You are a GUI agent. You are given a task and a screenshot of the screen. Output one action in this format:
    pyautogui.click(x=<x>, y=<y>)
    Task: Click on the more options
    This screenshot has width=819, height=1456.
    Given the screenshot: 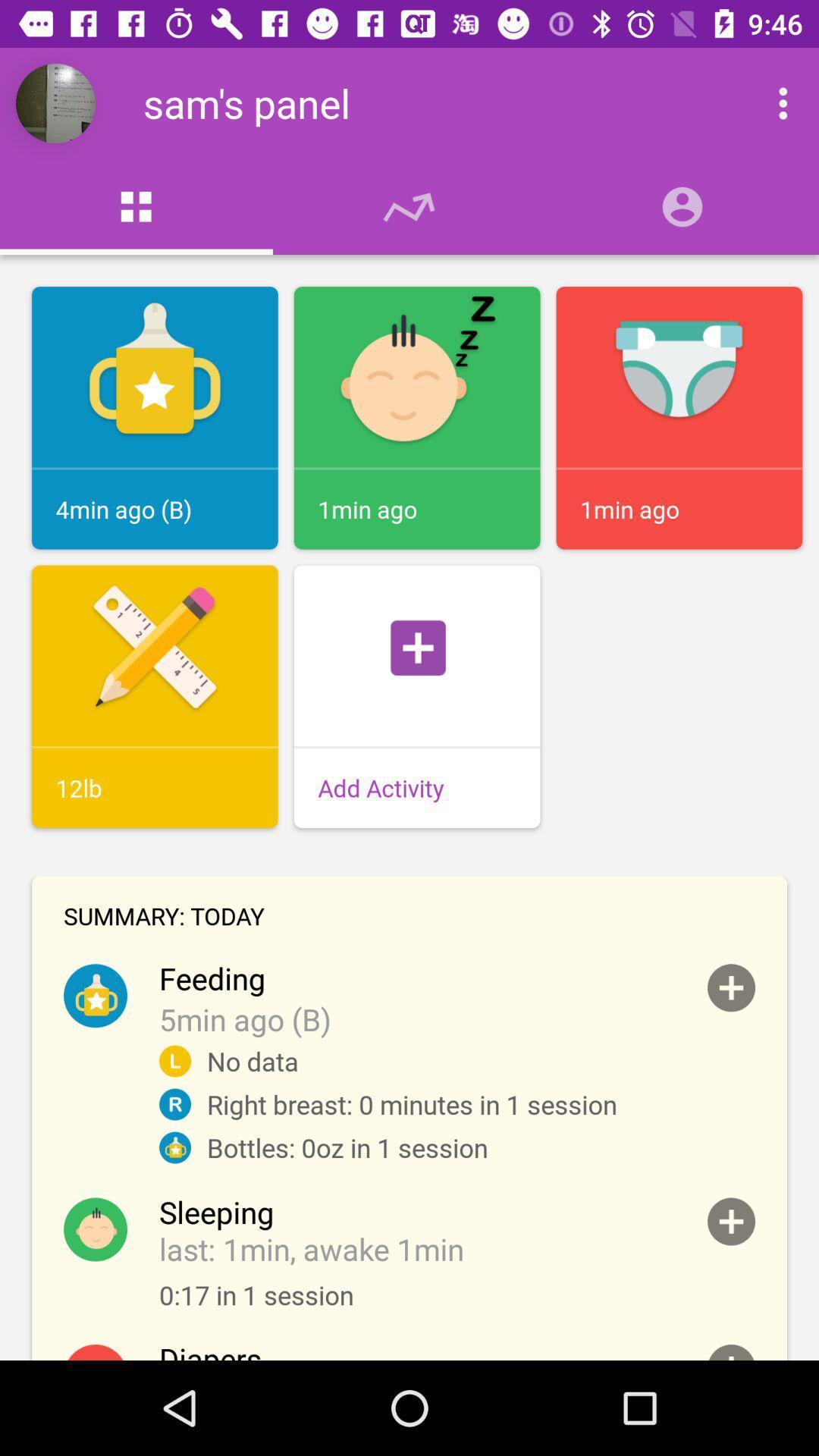 What is the action you would take?
    pyautogui.click(x=767, y=102)
    